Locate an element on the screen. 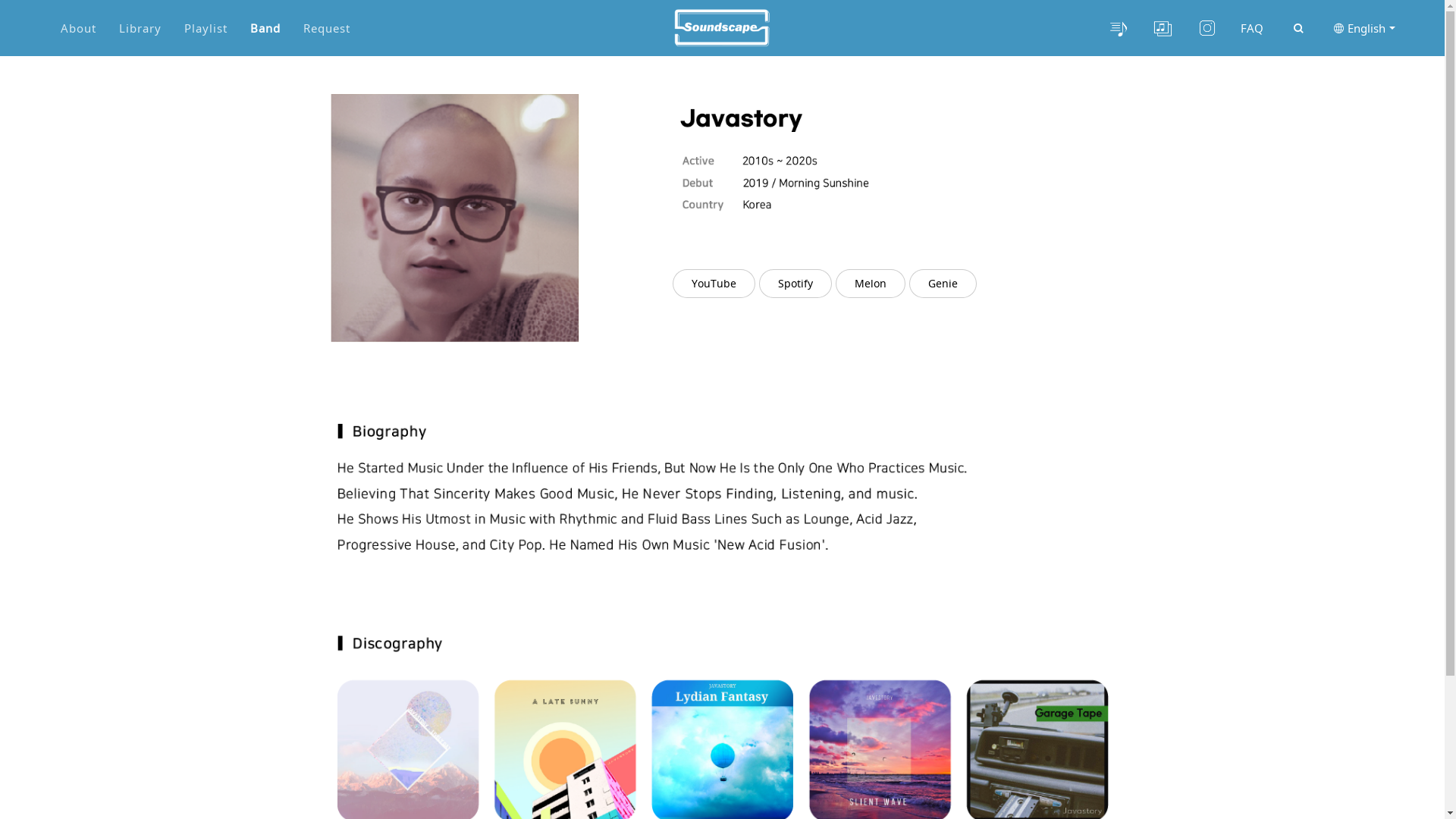  'Site logo' is located at coordinates (721, 27).